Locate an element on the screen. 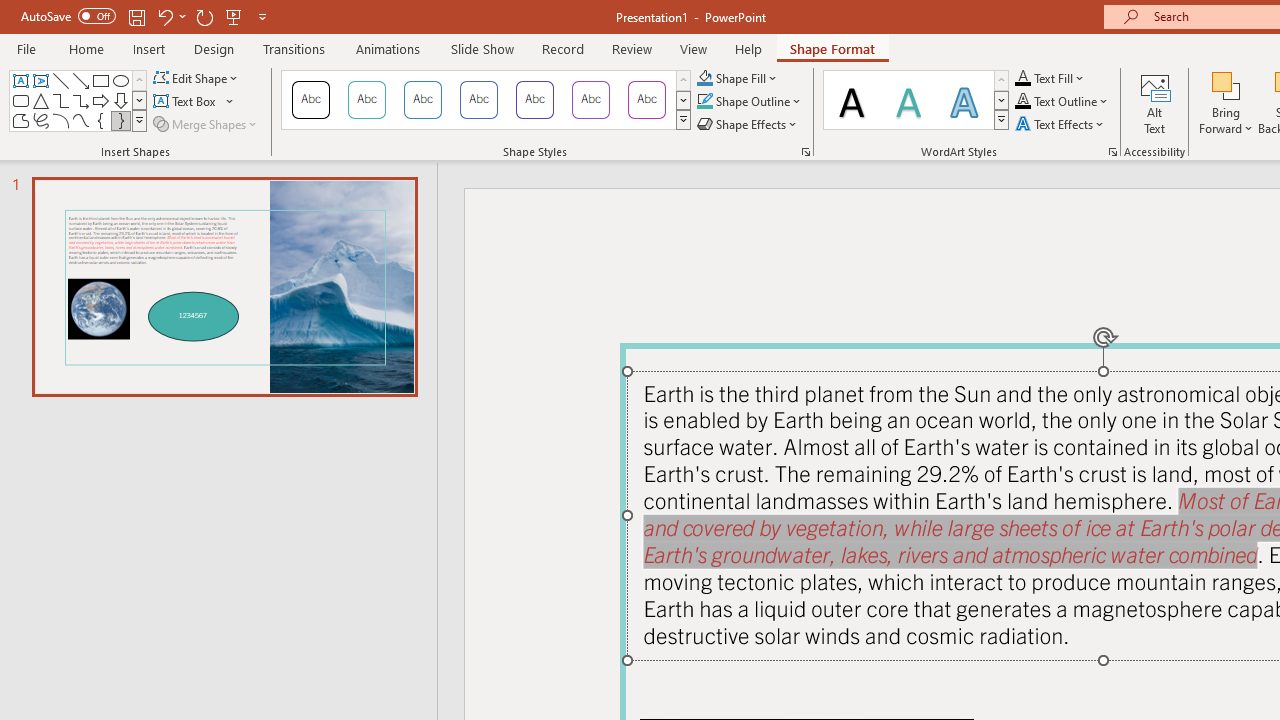 Image resolution: width=1280 pixels, height=720 pixels. 'Colored Outline - Purple, Accent 5' is located at coordinates (590, 100).